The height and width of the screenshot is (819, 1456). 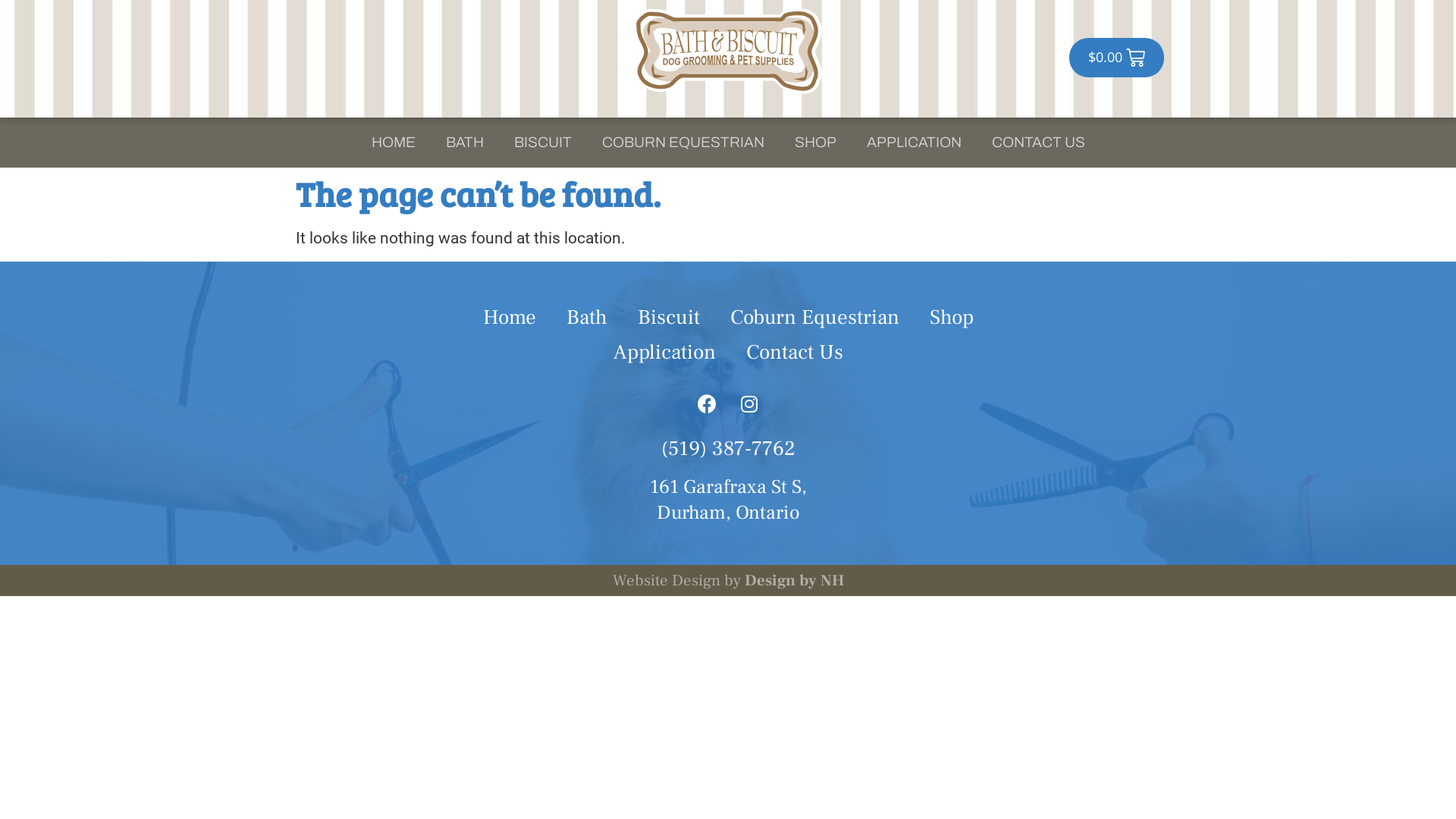 I want to click on 'BISCUIT', so click(x=542, y=143).